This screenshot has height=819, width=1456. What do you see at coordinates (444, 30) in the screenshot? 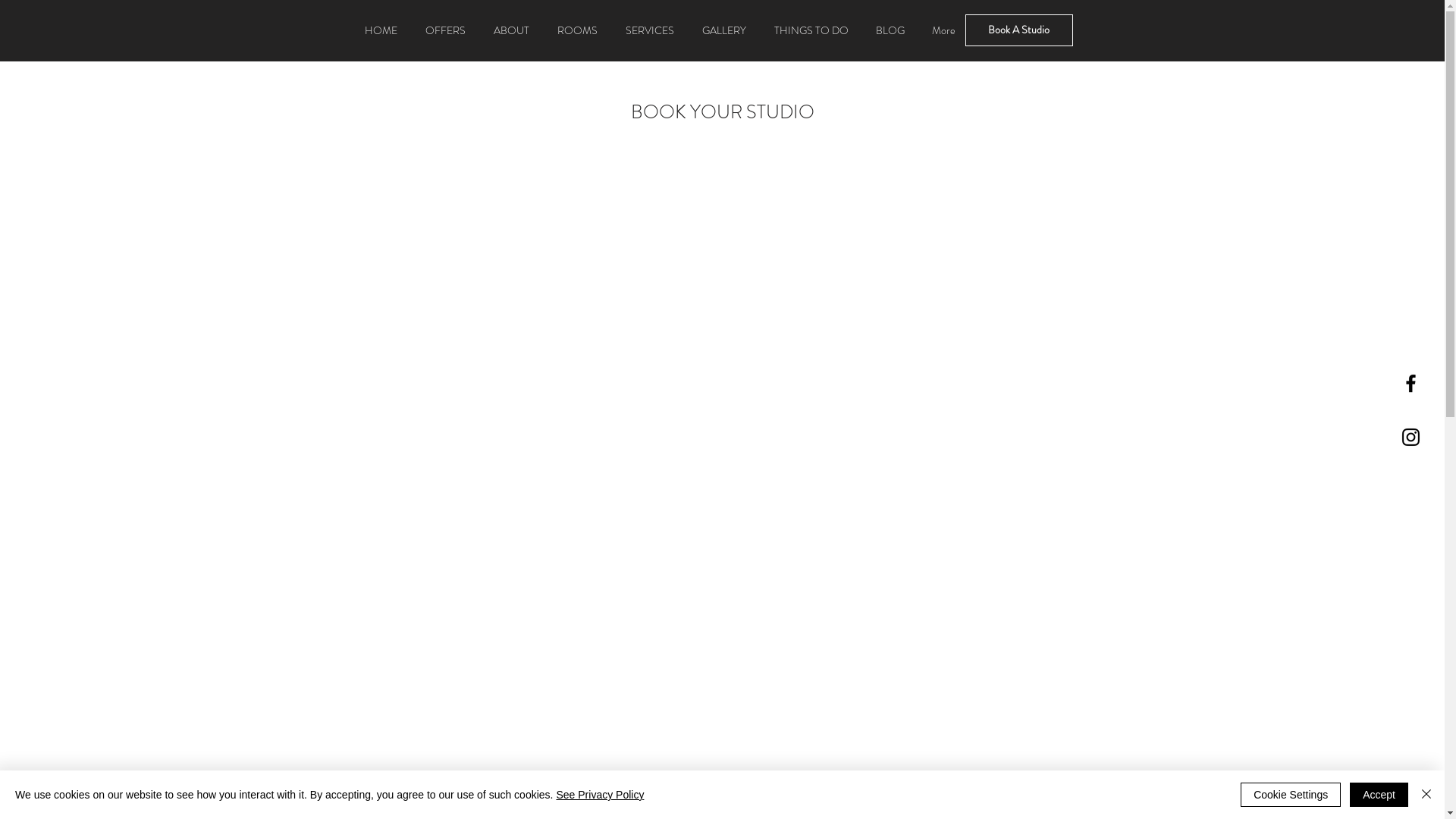
I see `'OFFERS'` at bounding box center [444, 30].